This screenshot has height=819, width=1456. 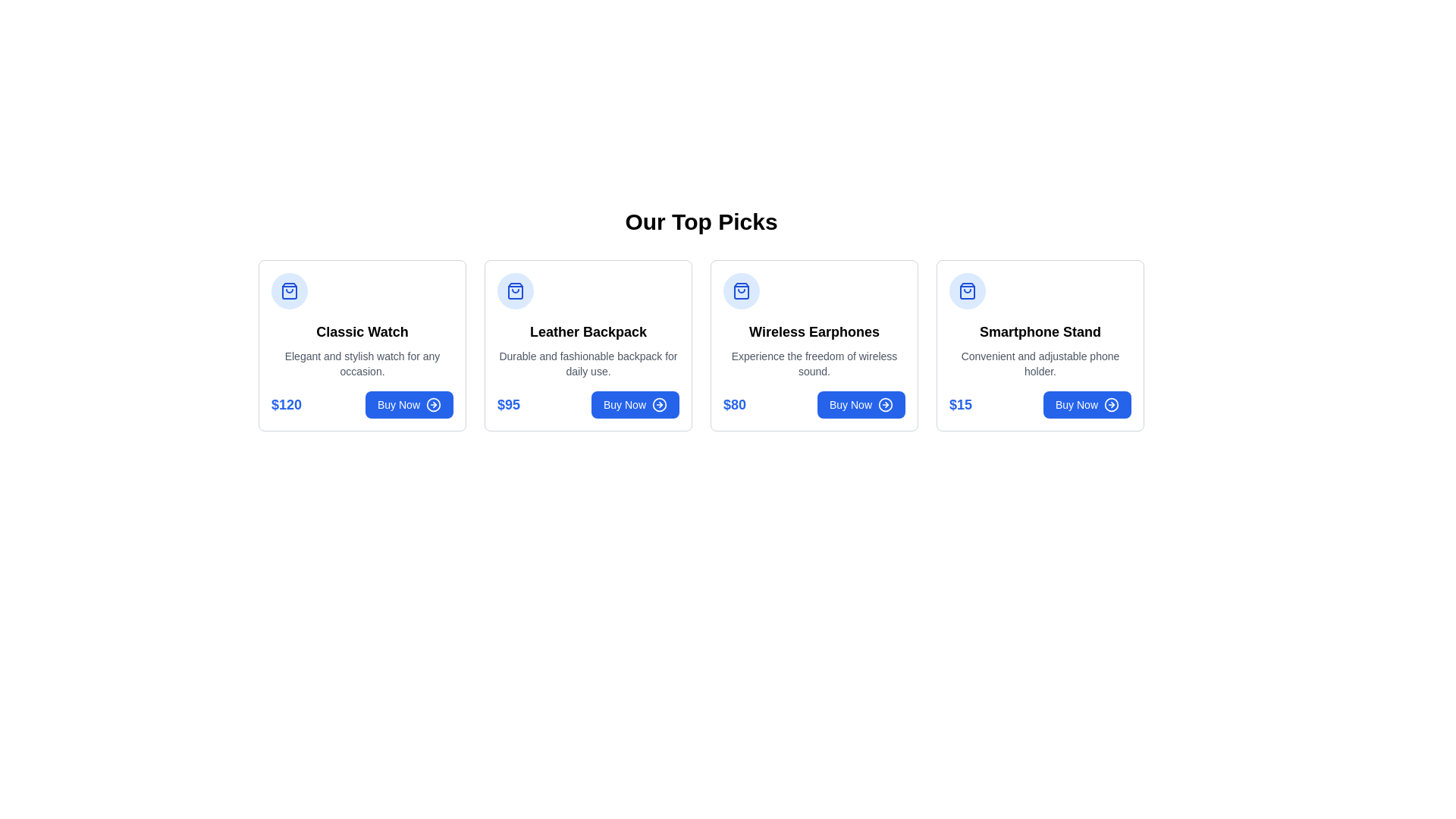 What do you see at coordinates (287, 403) in the screenshot?
I see `text displayed in the bold blue font showing '$120', located below the item name in the 'Classic Watch' section, to the left of the 'Buy Now' button` at bounding box center [287, 403].